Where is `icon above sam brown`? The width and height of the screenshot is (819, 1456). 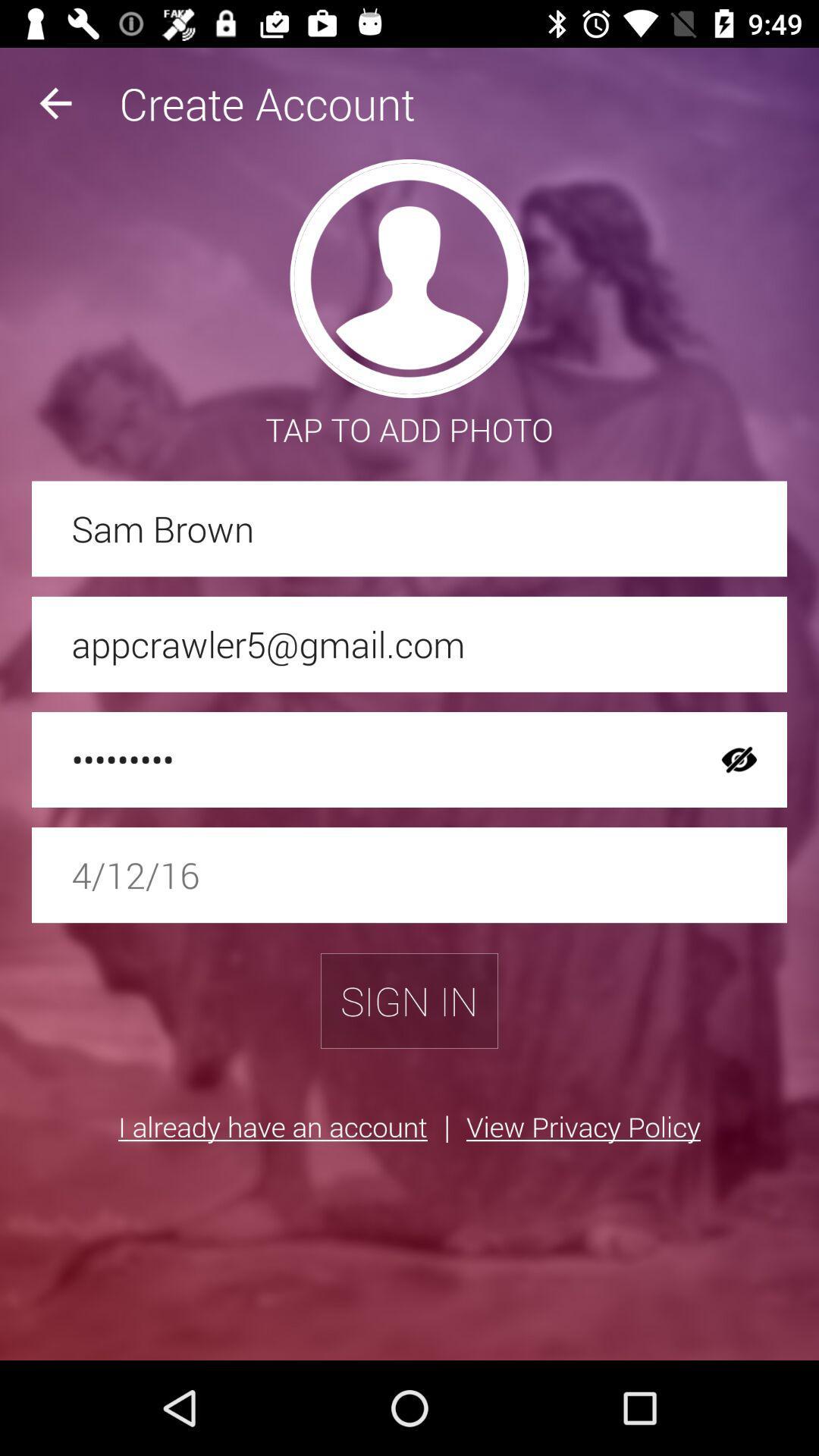 icon above sam brown is located at coordinates (55, 102).